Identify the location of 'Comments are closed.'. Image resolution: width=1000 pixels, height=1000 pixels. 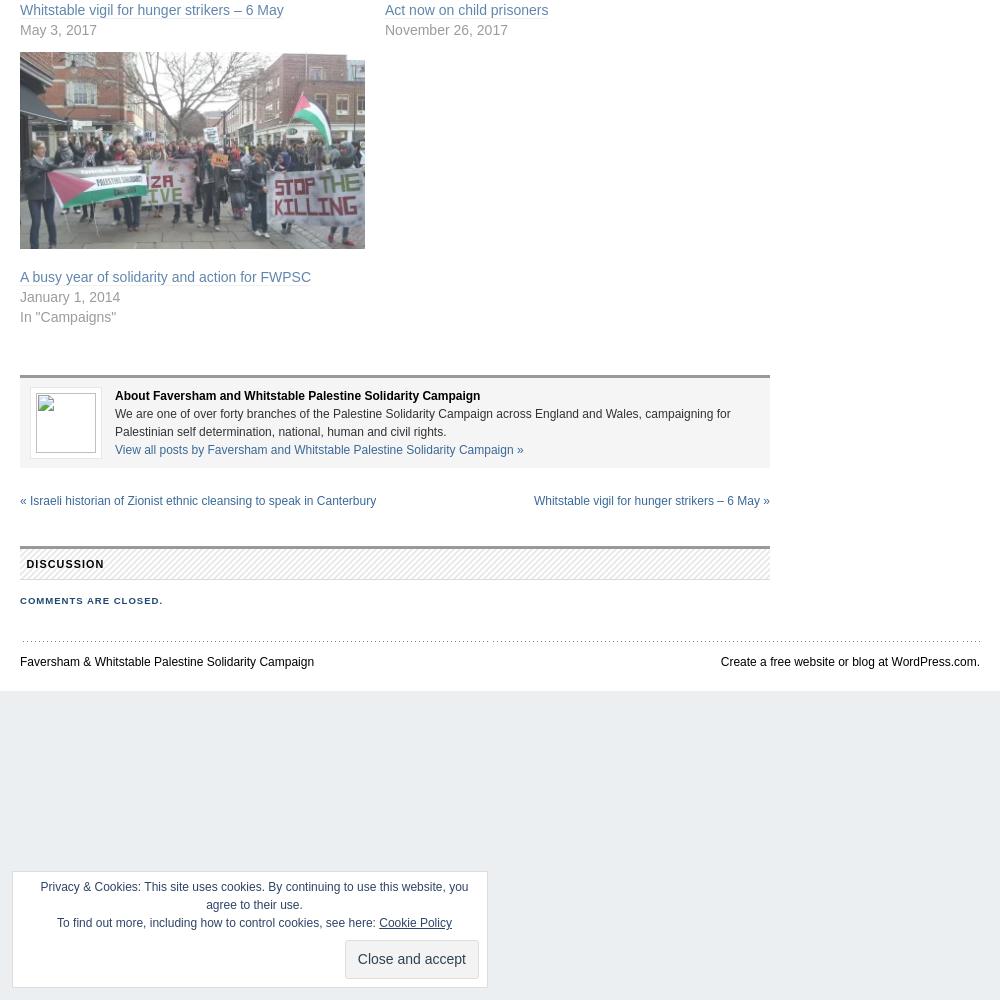
(90, 599).